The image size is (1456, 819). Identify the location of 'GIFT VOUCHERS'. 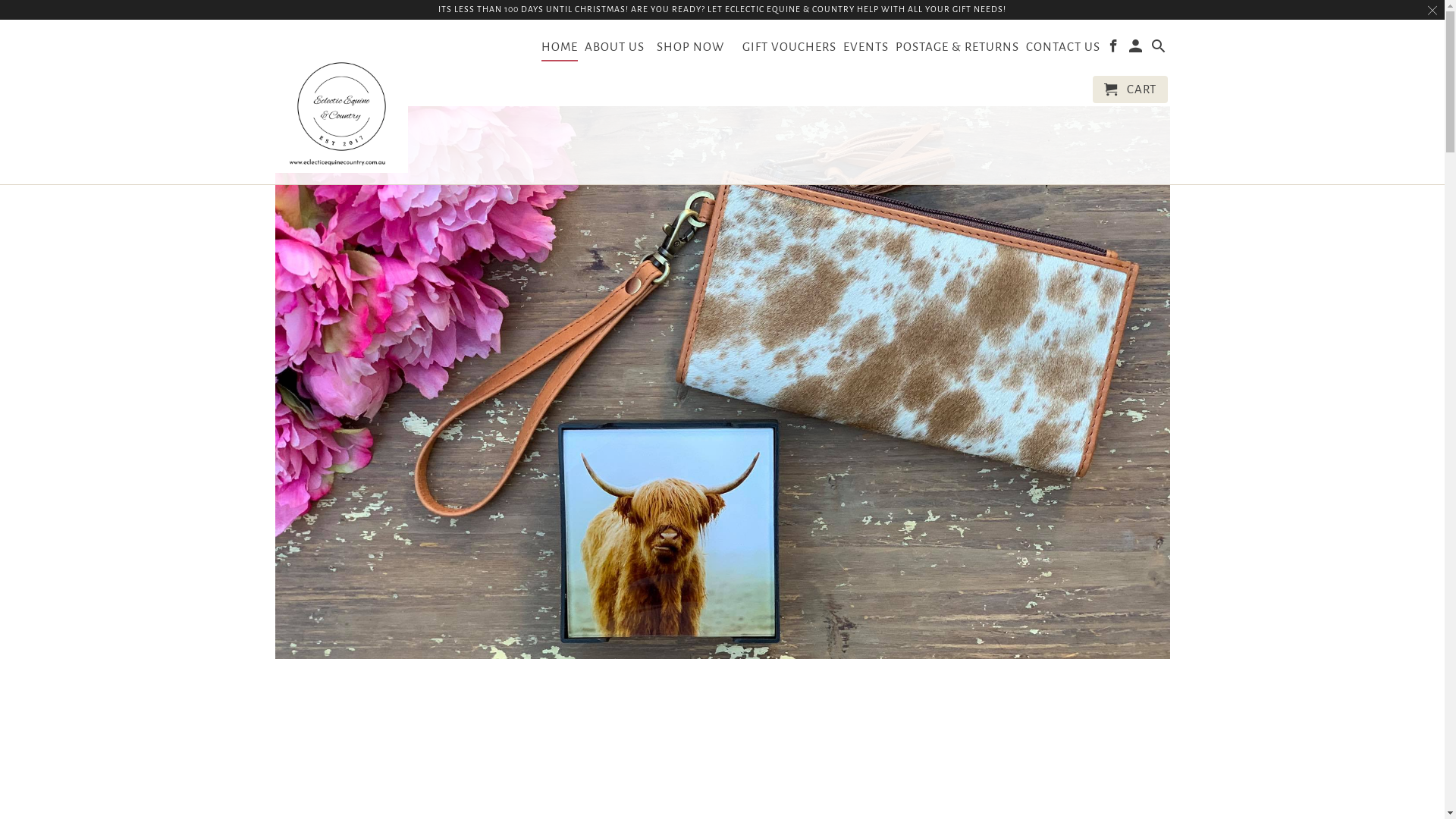
(789, 49).